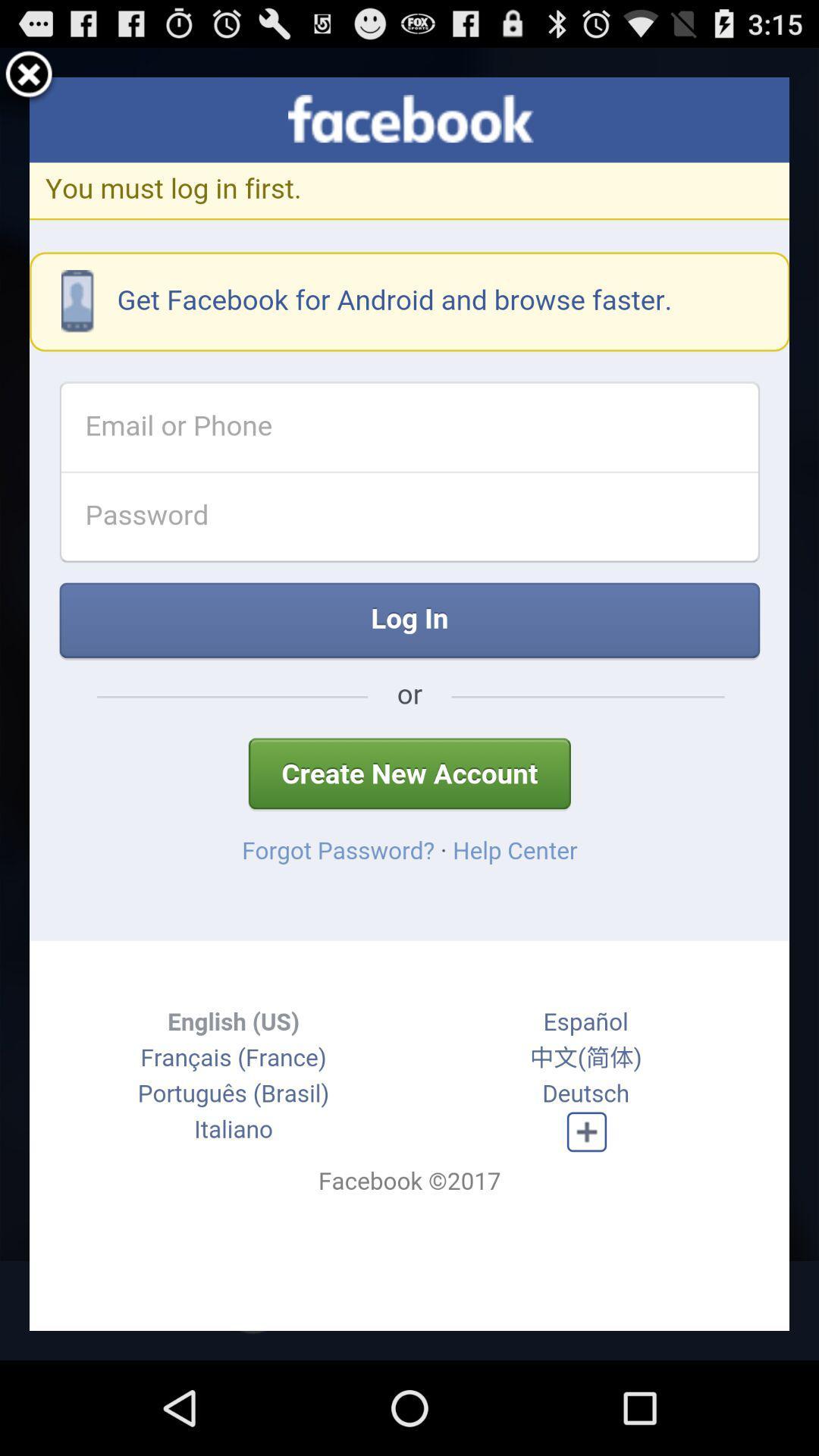 The image size is (819, 1456). Describe the element at coordinates (29, 76) in the screenshot. I see `button` at that location.